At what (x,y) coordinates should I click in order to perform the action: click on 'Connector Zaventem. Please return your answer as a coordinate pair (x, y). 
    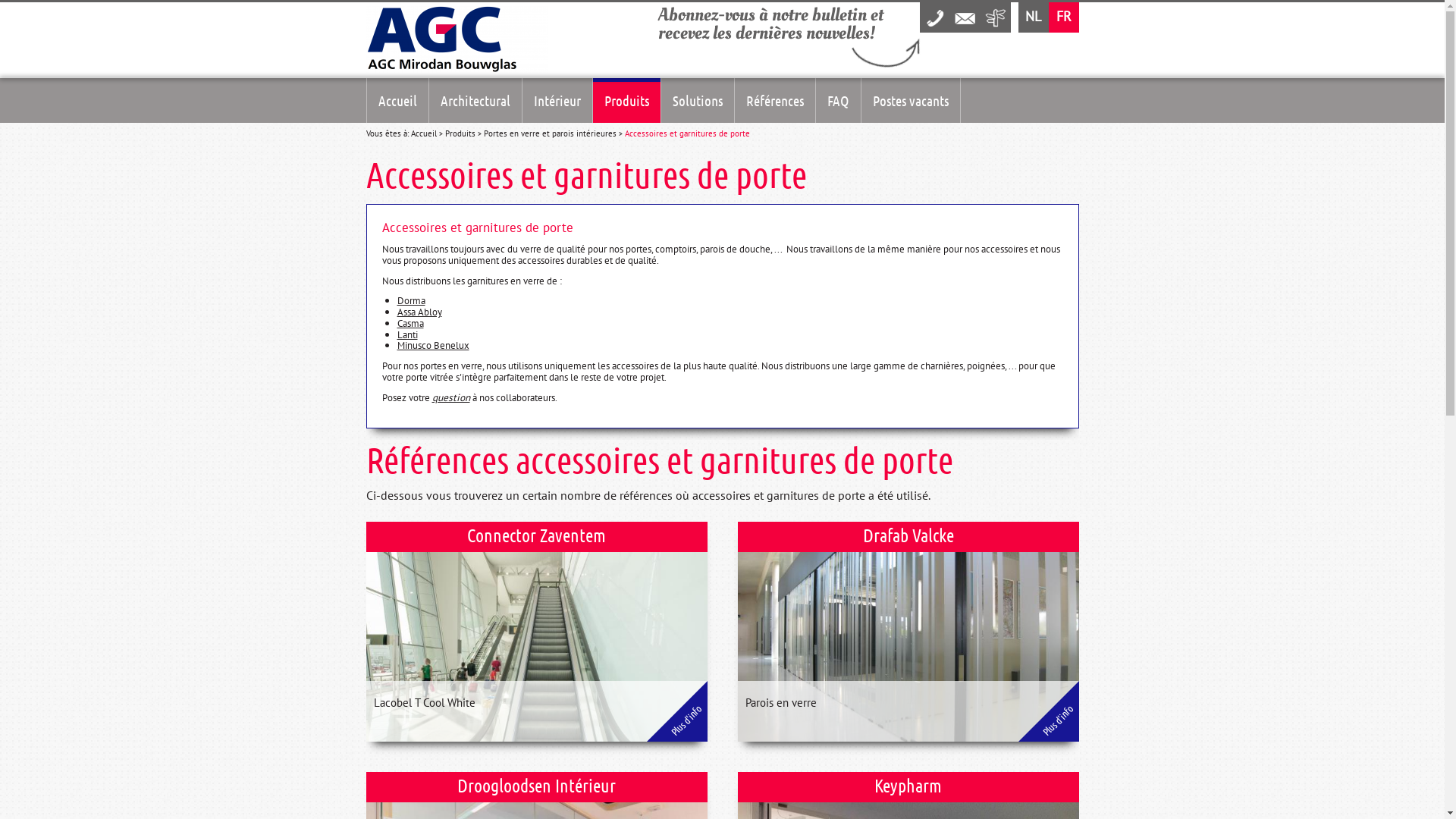
    Looking at the image, I should click on (535, 632).